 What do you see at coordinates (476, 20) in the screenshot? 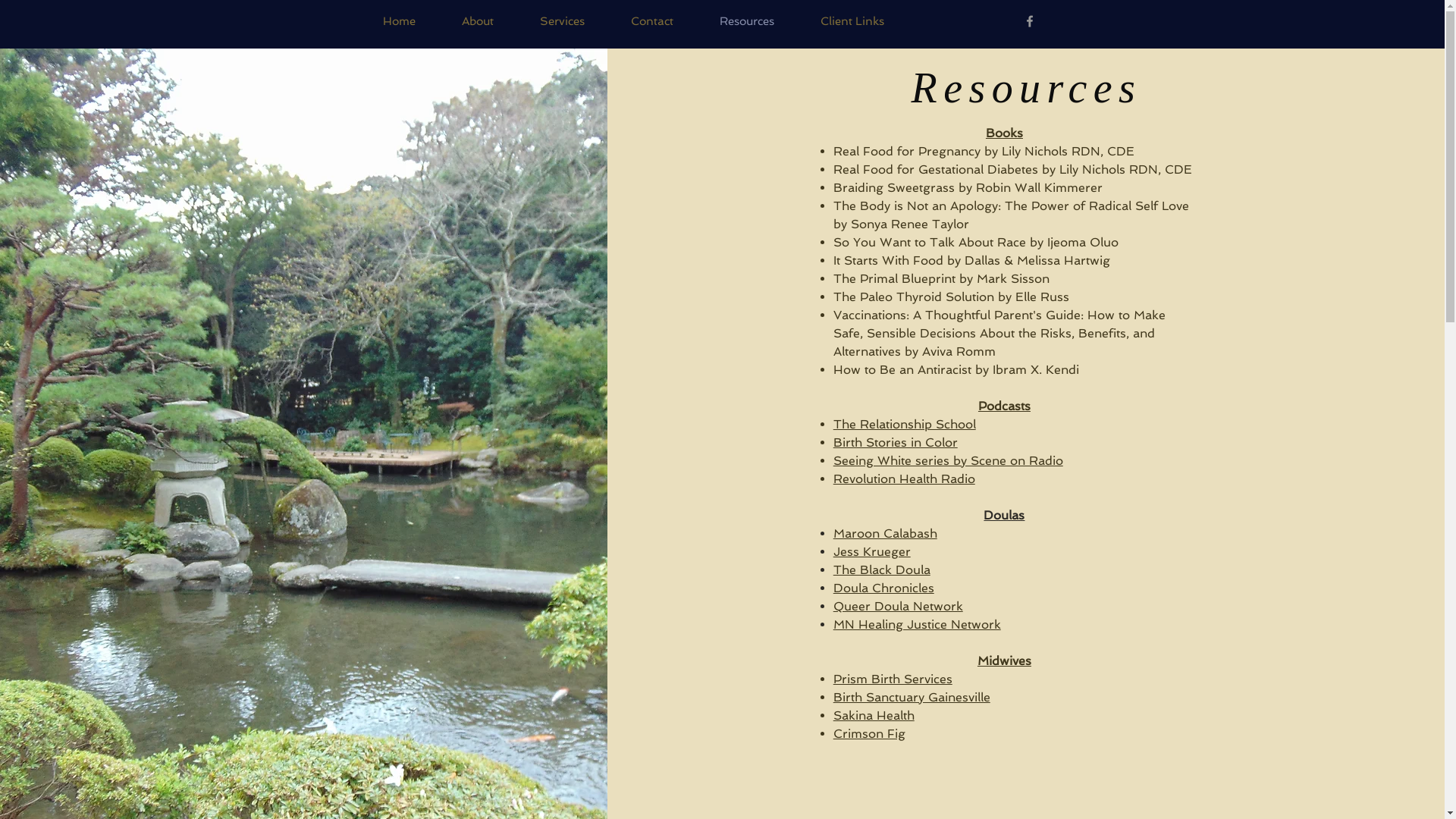
I see `'About'` at bounding box center [476, 20].